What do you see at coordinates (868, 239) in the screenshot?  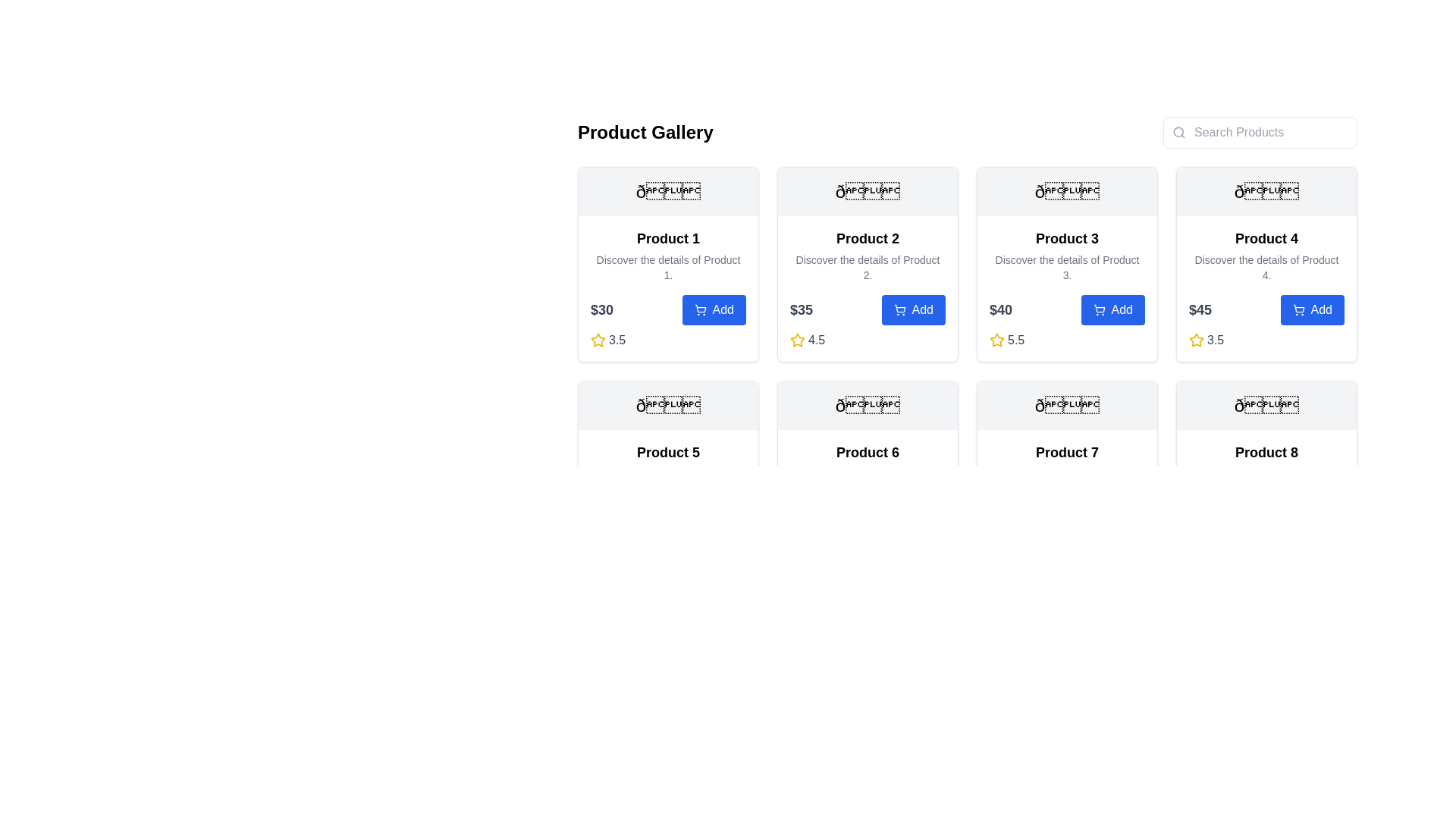 I see `prominent header text 'Product 2' which is centrally aligned in the second column of the first row of the grid layout` at bounding box center [868, 239].